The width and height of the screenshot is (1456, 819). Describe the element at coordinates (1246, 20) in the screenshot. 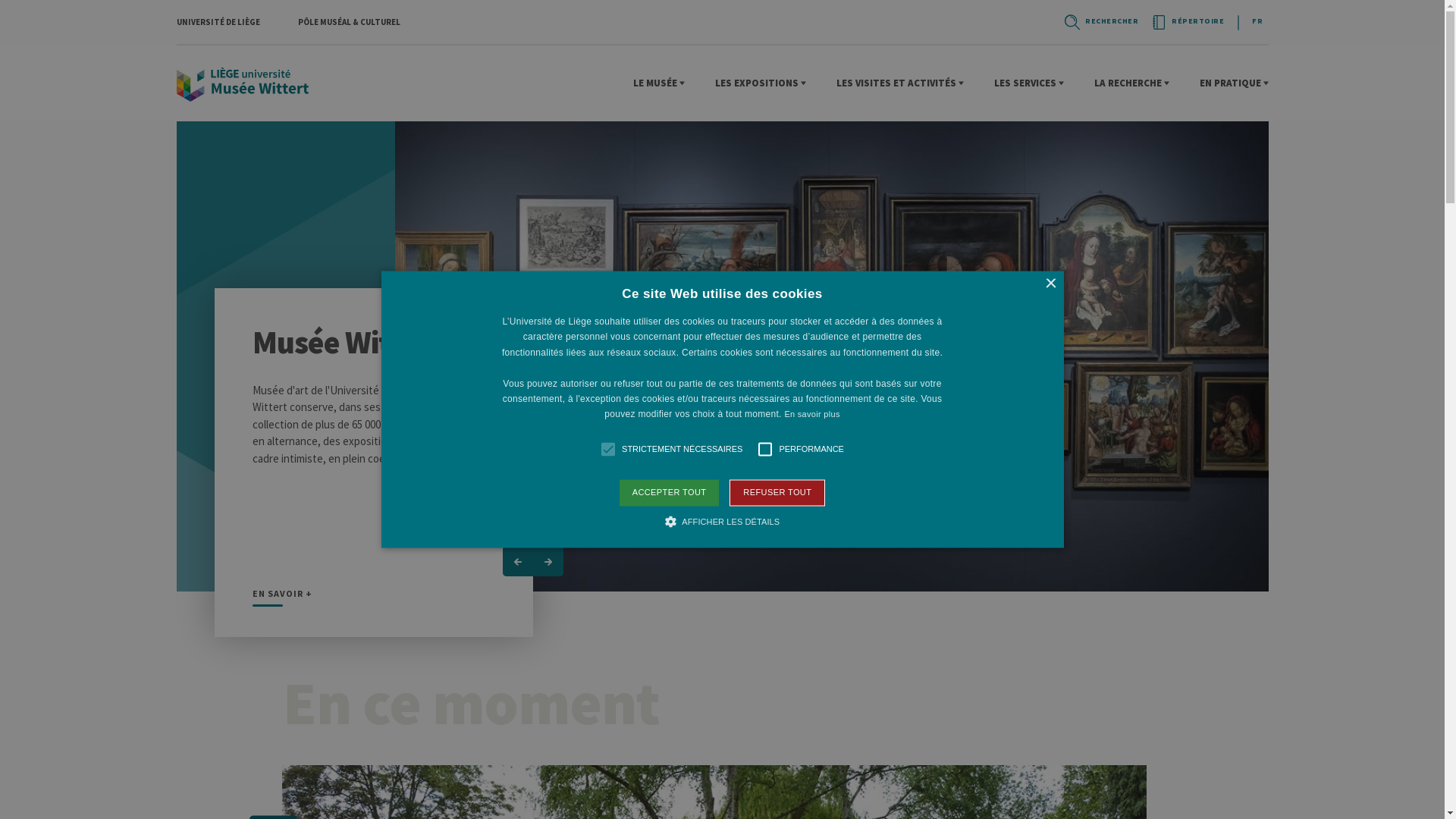

I see `'FR'` at that location.